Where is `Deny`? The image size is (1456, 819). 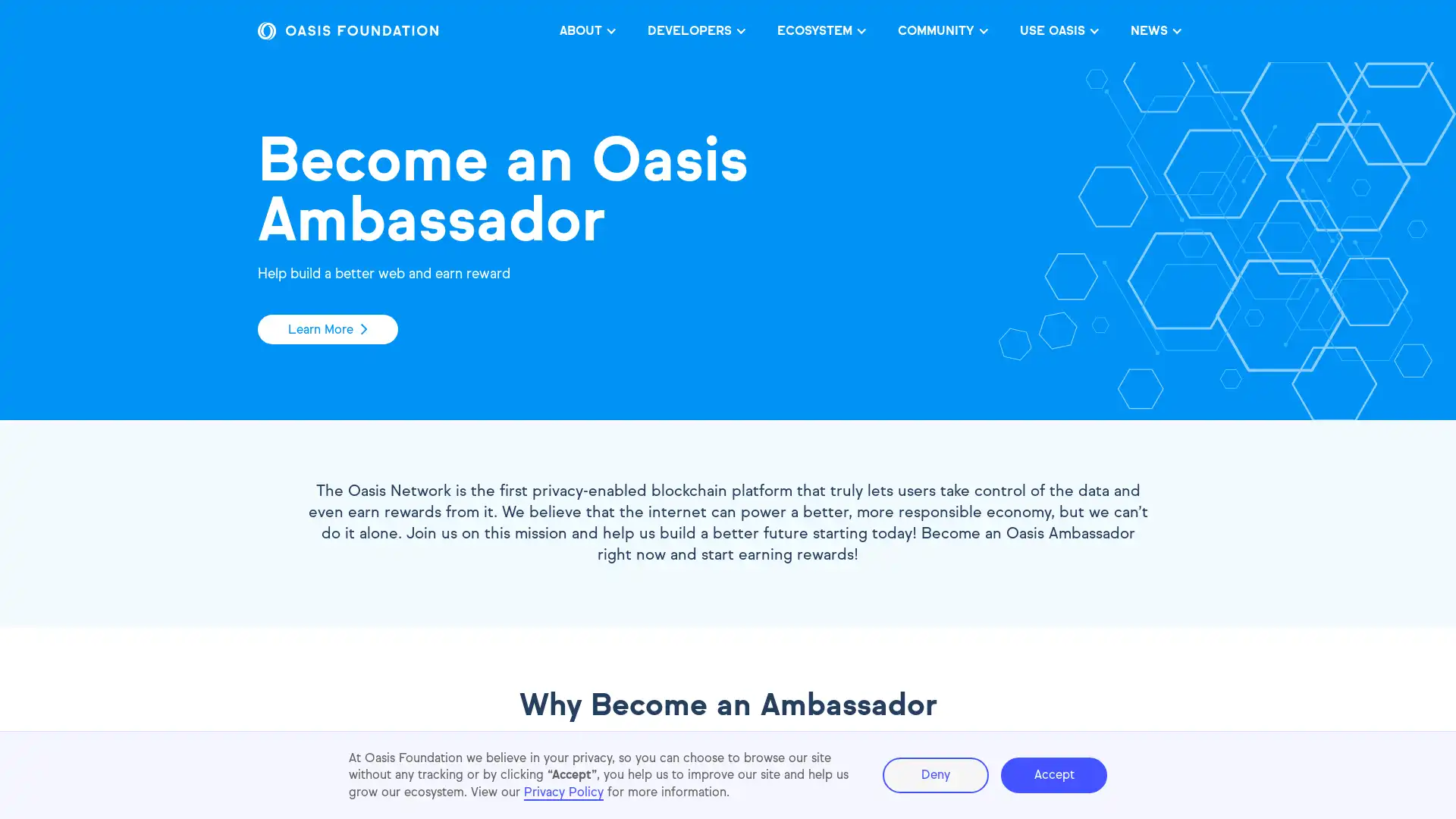
Deny is located at coordinates (934, 775).